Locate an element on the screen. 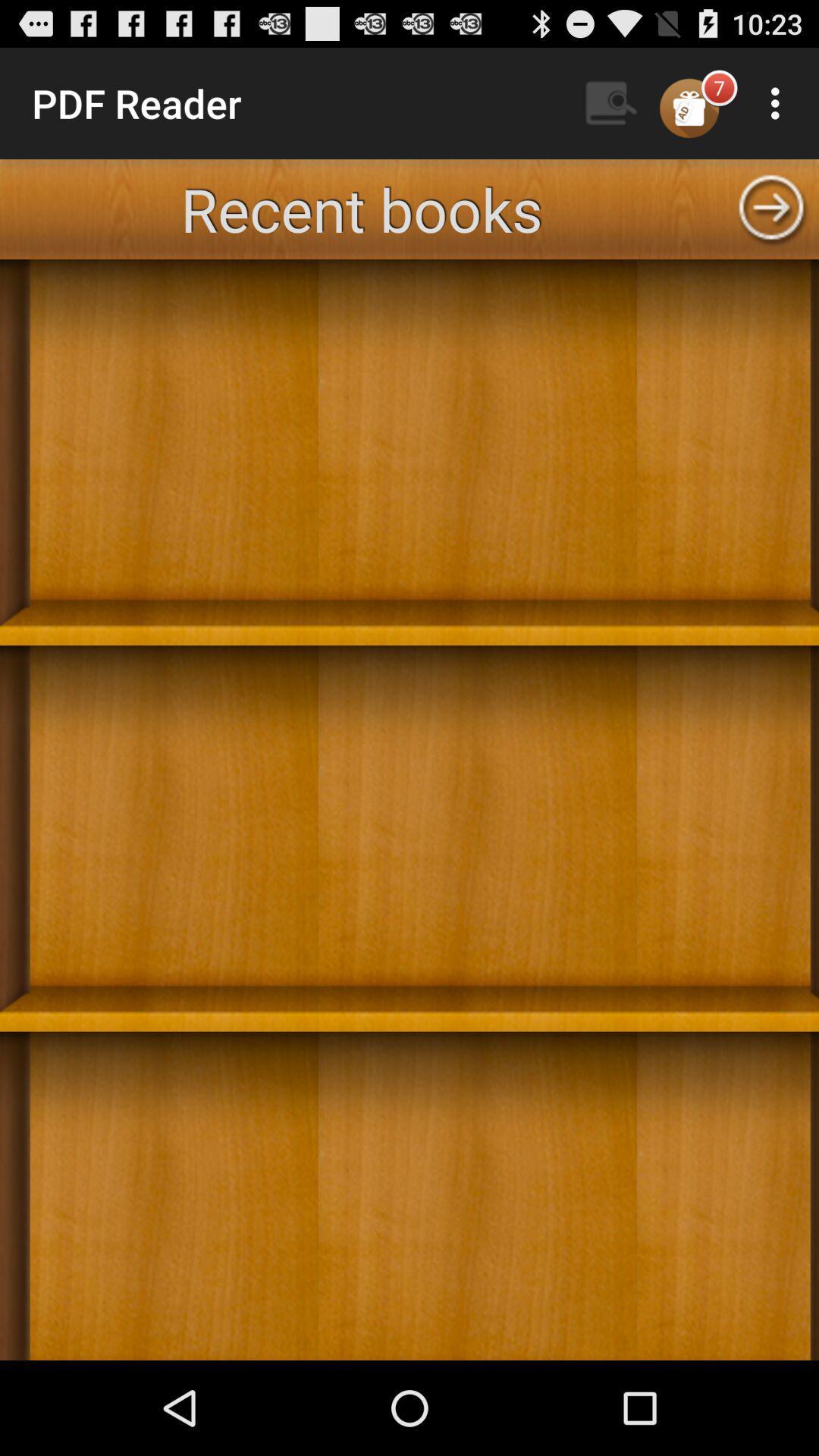  go back is located at coordinates (771, 208).